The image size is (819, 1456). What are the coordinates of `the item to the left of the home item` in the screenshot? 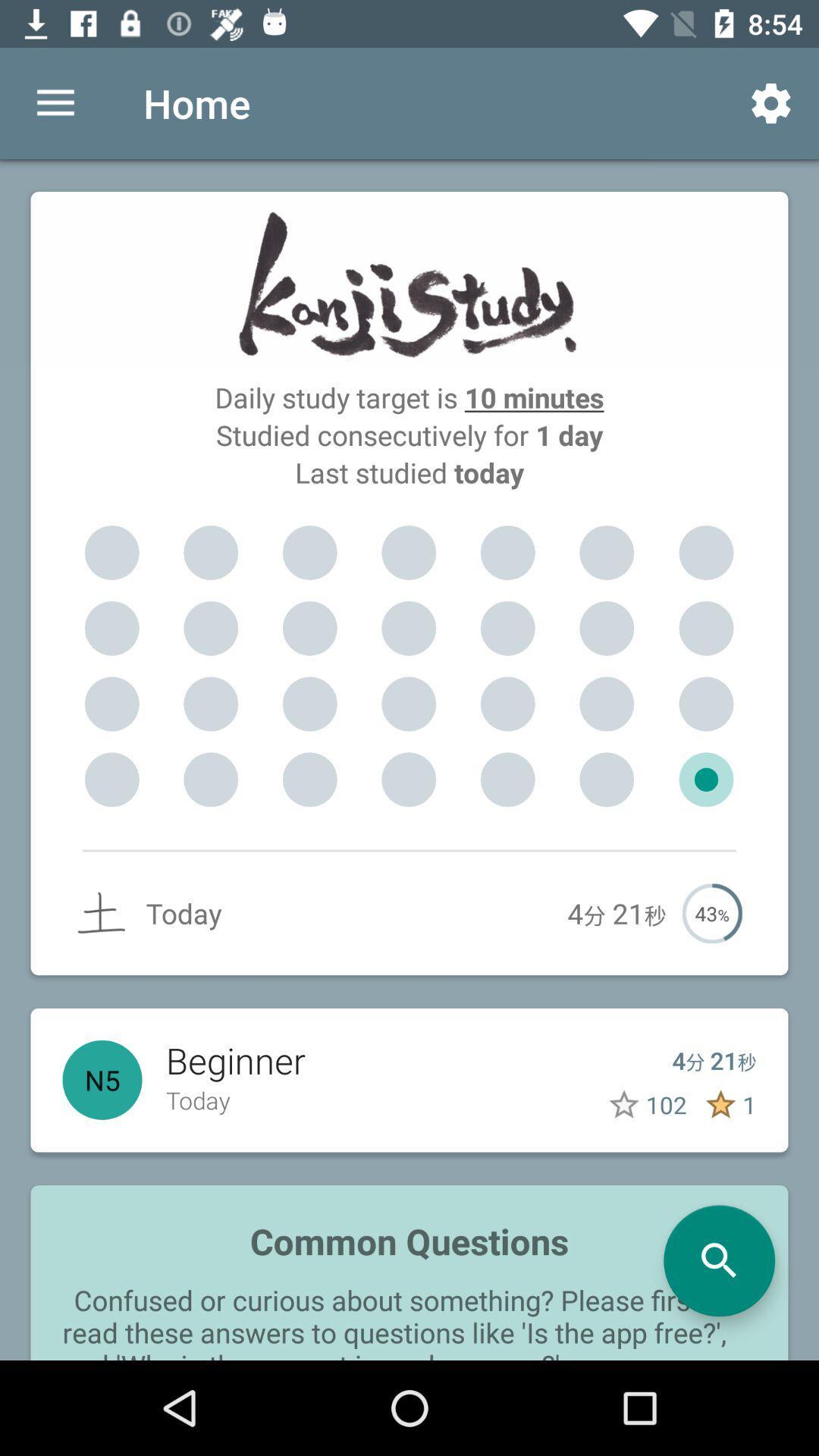 It's located at (55, 102).